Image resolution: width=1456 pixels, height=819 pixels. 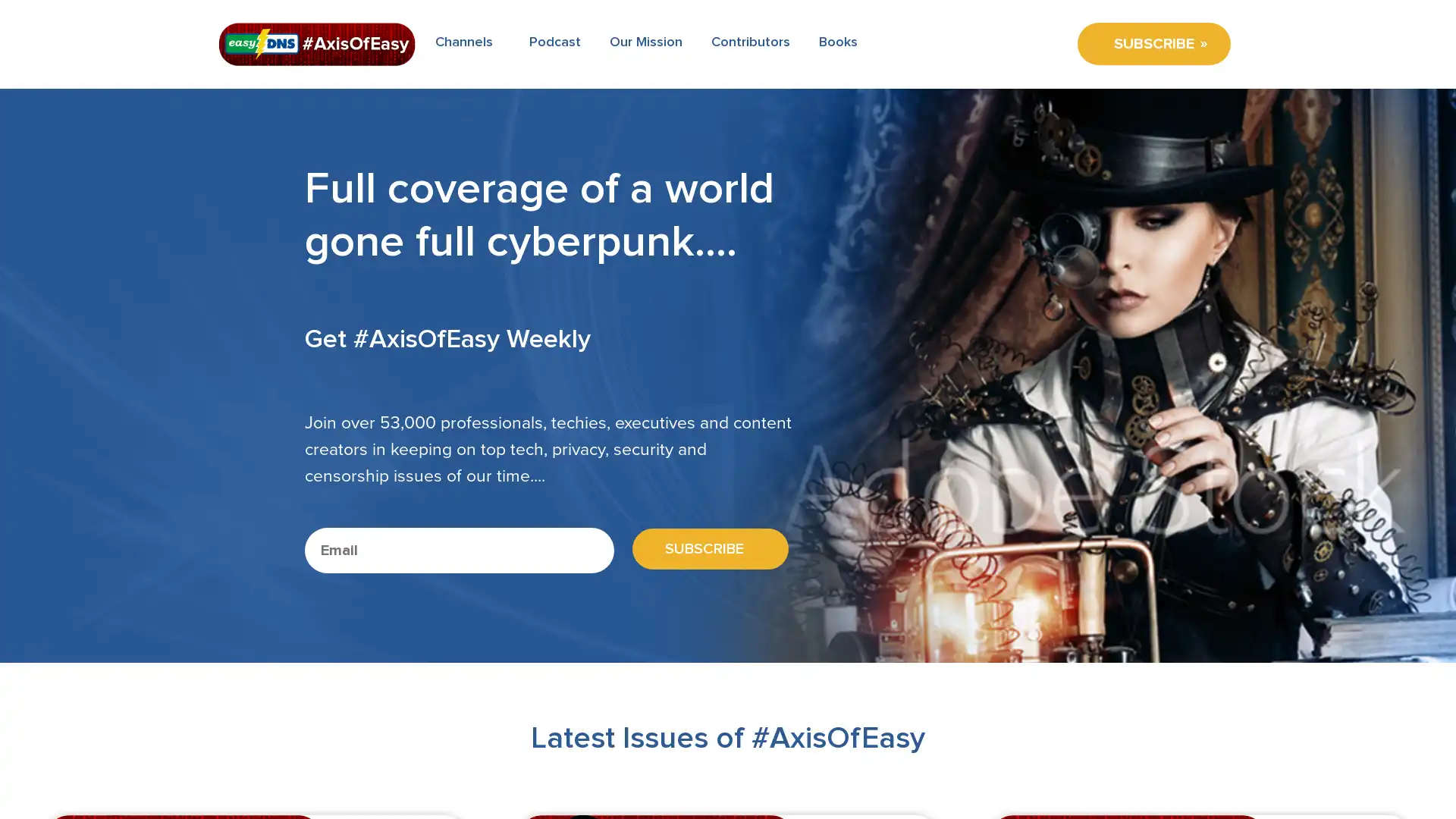 What do you see at coordinates (704, 549) in the screenshot?
I see `Subscribe` at bounding box center [704, 549].